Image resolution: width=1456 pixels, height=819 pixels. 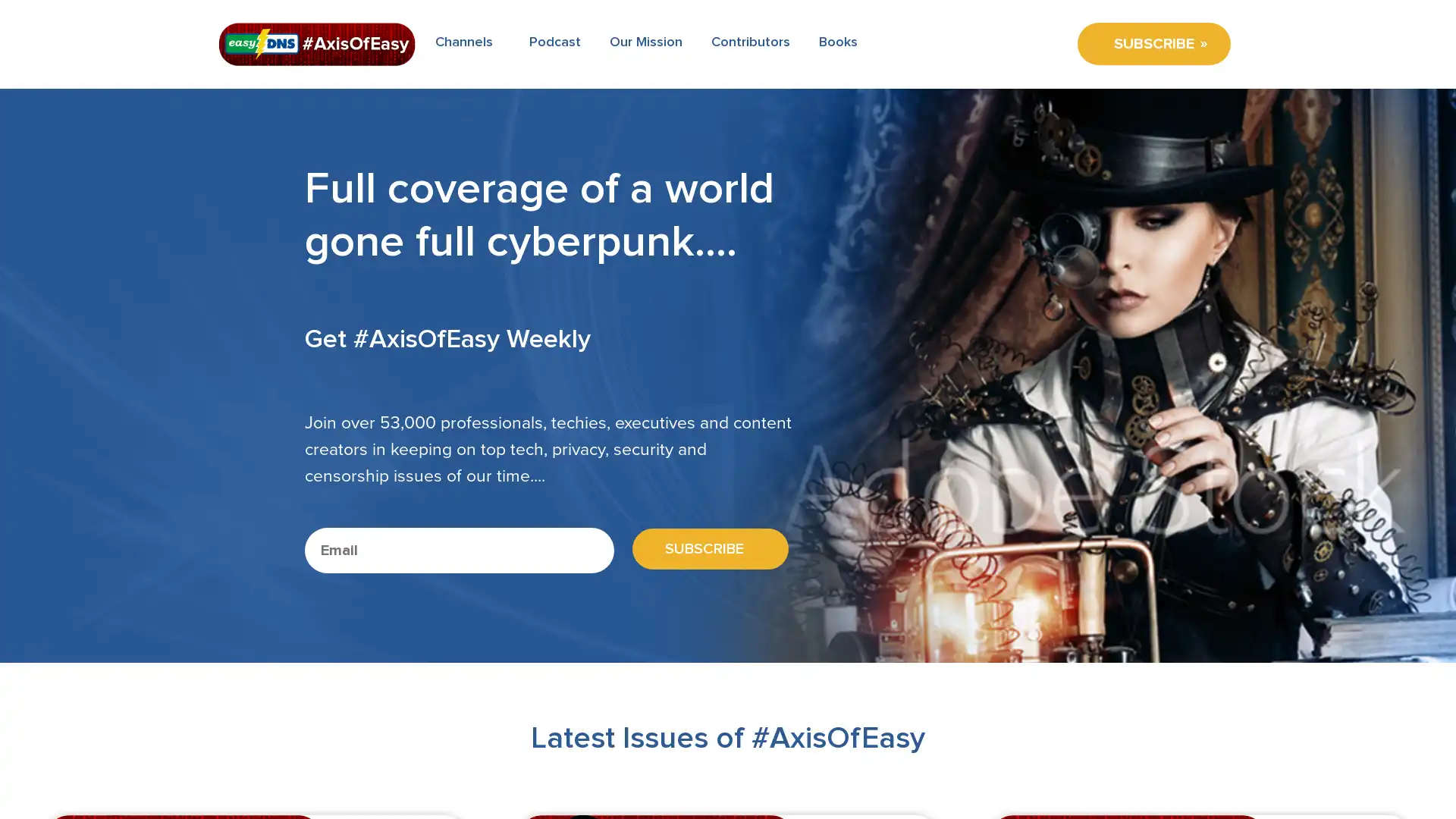 What do you see at coordinates (704, 549) in the screenshot?
I see `Subscribe` at bounding box center [704, 549].